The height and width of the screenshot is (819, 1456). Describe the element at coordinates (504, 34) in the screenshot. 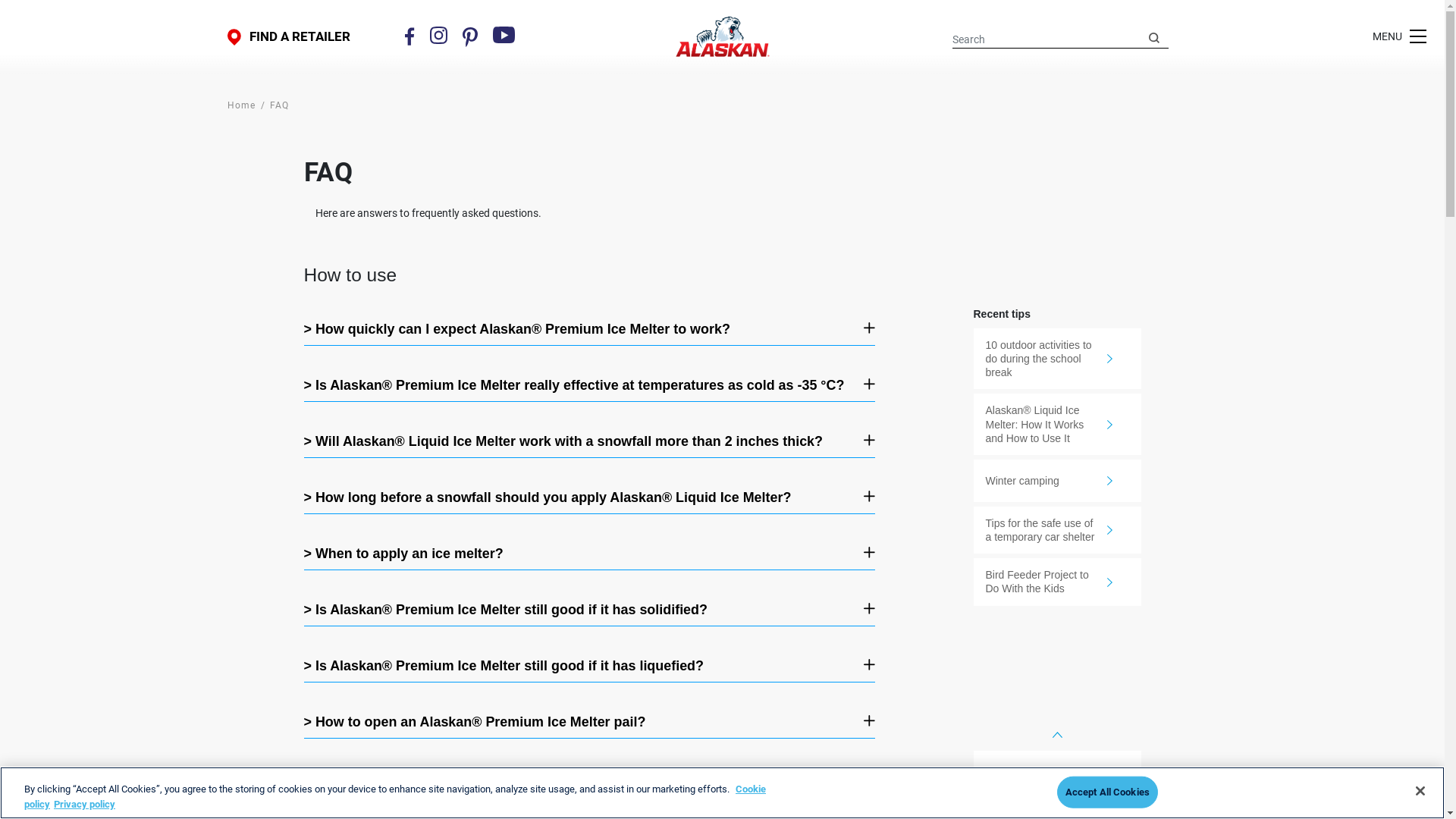

I see `'Youtube'` at that location.